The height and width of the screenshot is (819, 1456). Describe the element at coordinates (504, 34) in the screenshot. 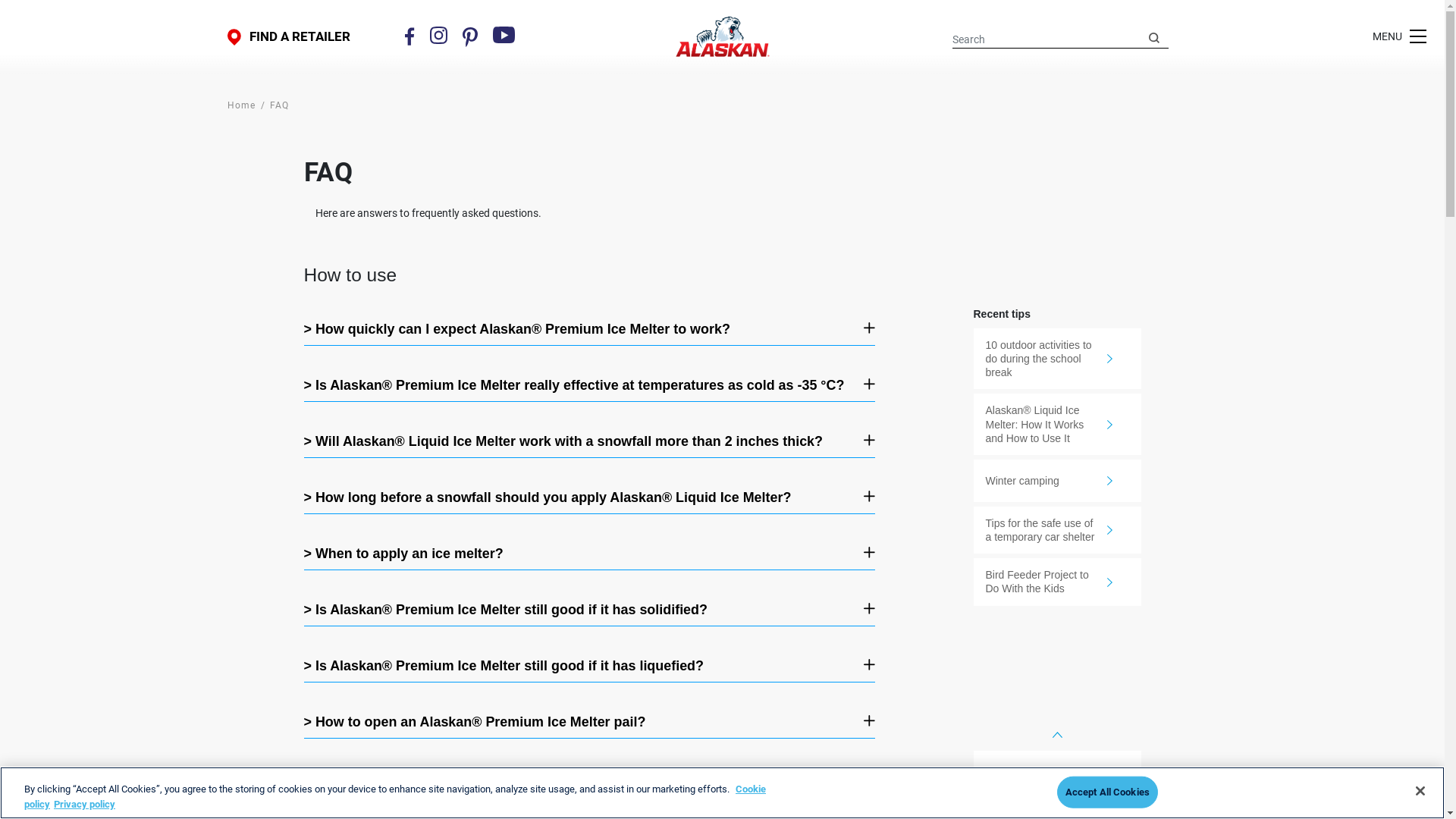

I see `'Youtube'` at that location.